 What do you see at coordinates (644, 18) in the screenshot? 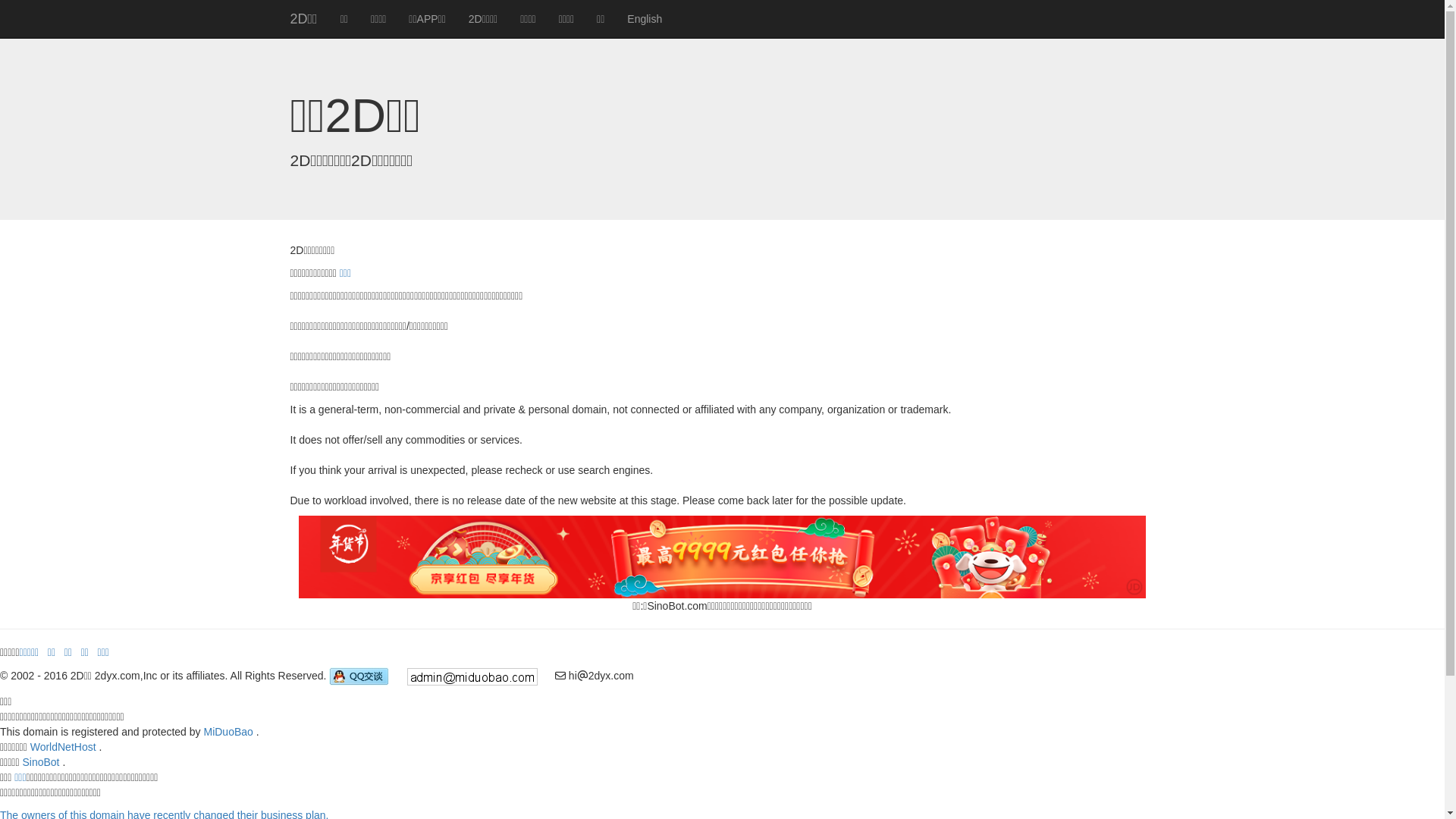
I see `'English'` at bounding box center [644, 18].